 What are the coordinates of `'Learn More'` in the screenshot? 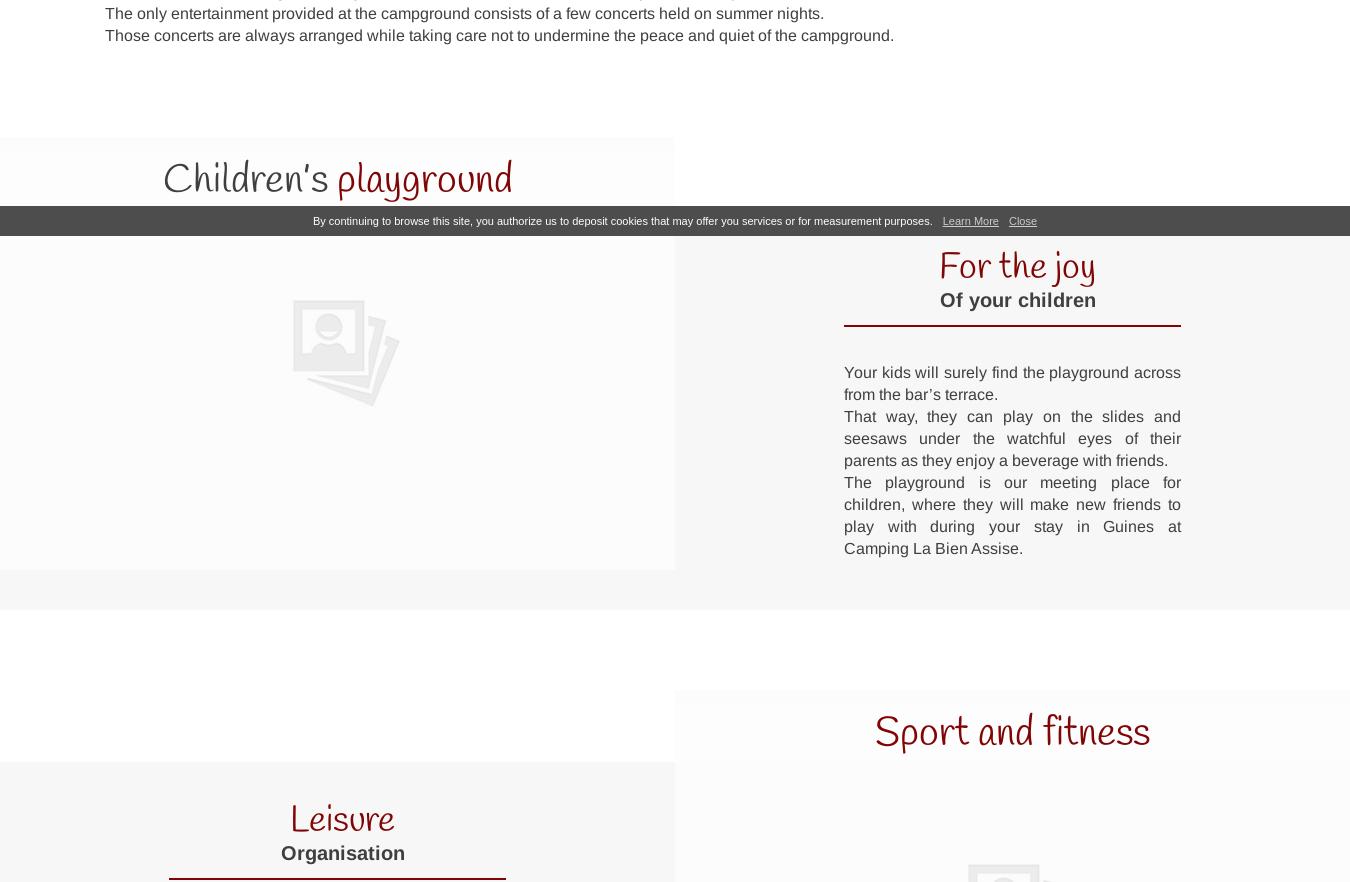 It's located at (941, 220).